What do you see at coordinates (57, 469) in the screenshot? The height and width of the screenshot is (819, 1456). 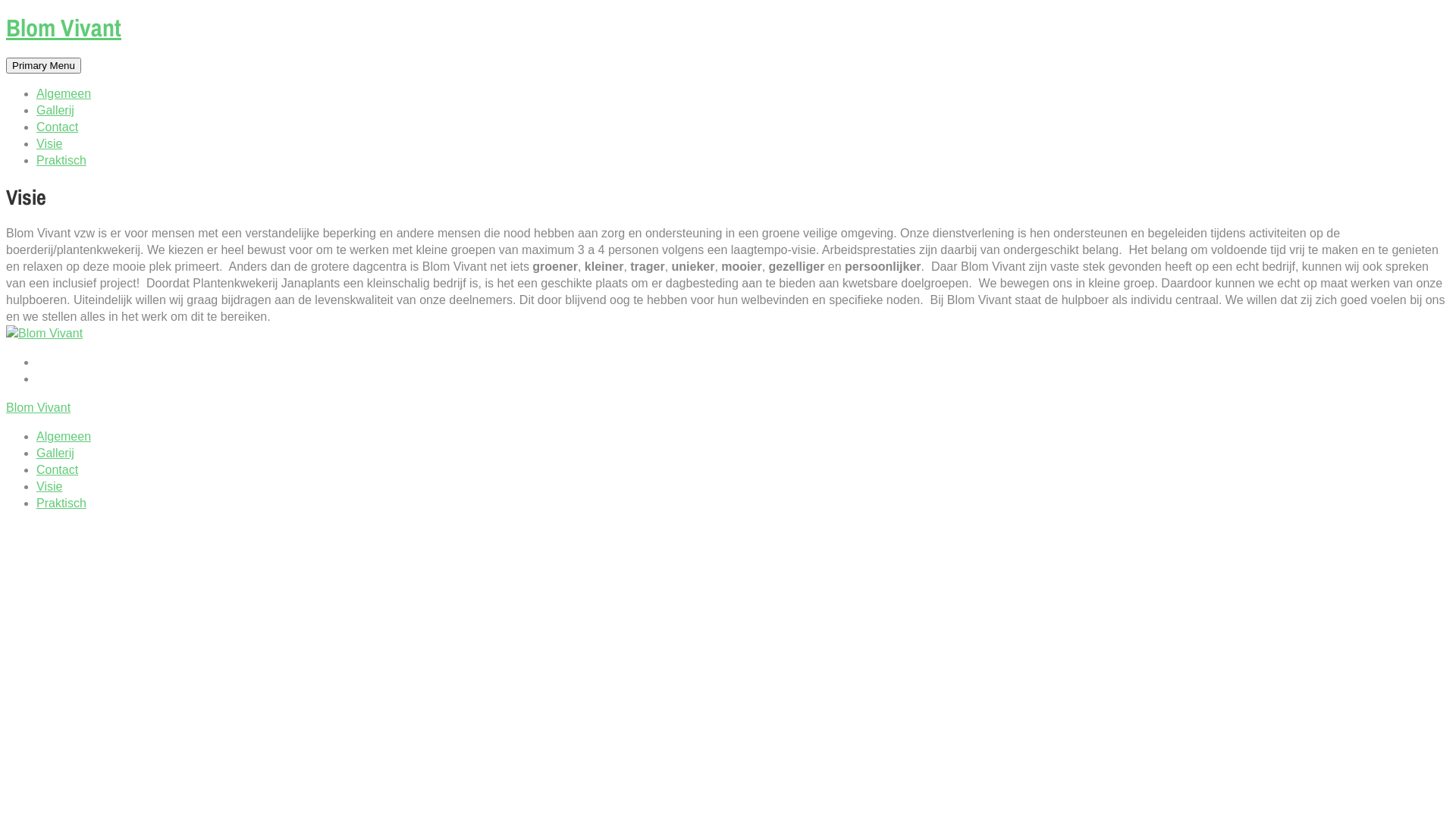 I see `'Contact'` at bounding box center [57, 469].